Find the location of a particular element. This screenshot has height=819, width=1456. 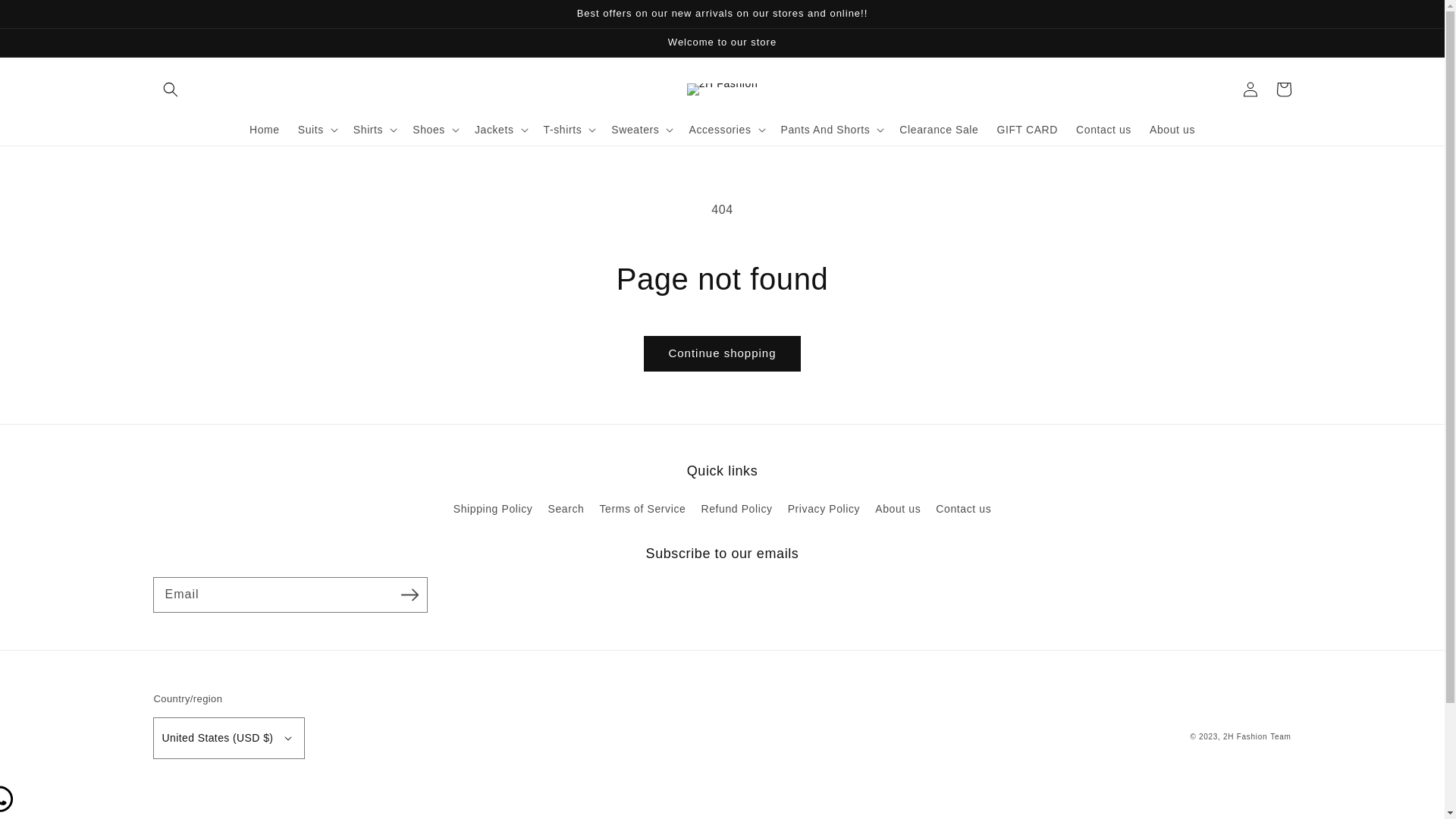

'Clearance Sale' is located at coordinates (938, 128).